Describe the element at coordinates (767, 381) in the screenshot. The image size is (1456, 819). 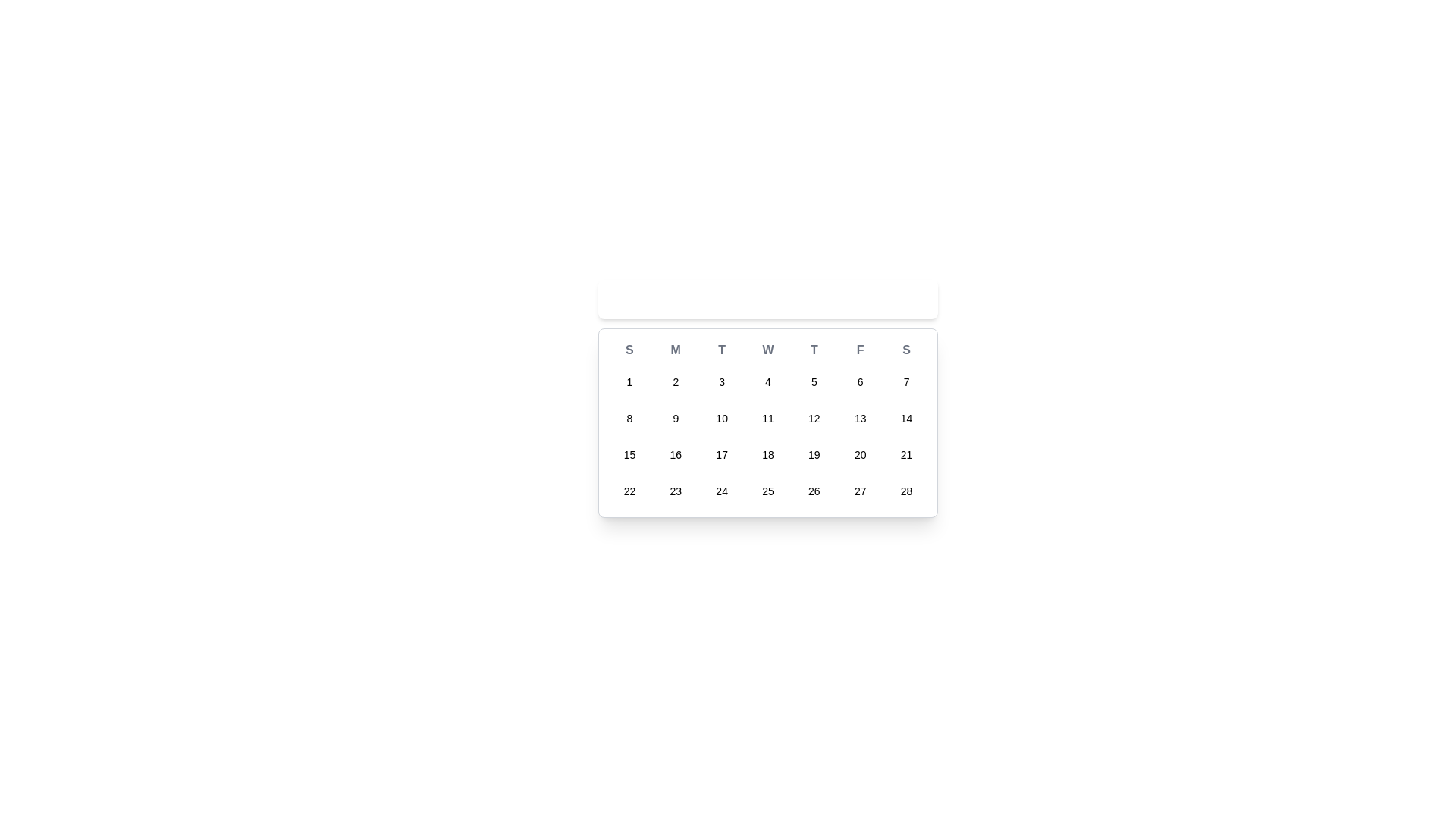
I see `the Button-like interactive calendar day box containing the number '4'` at that location.